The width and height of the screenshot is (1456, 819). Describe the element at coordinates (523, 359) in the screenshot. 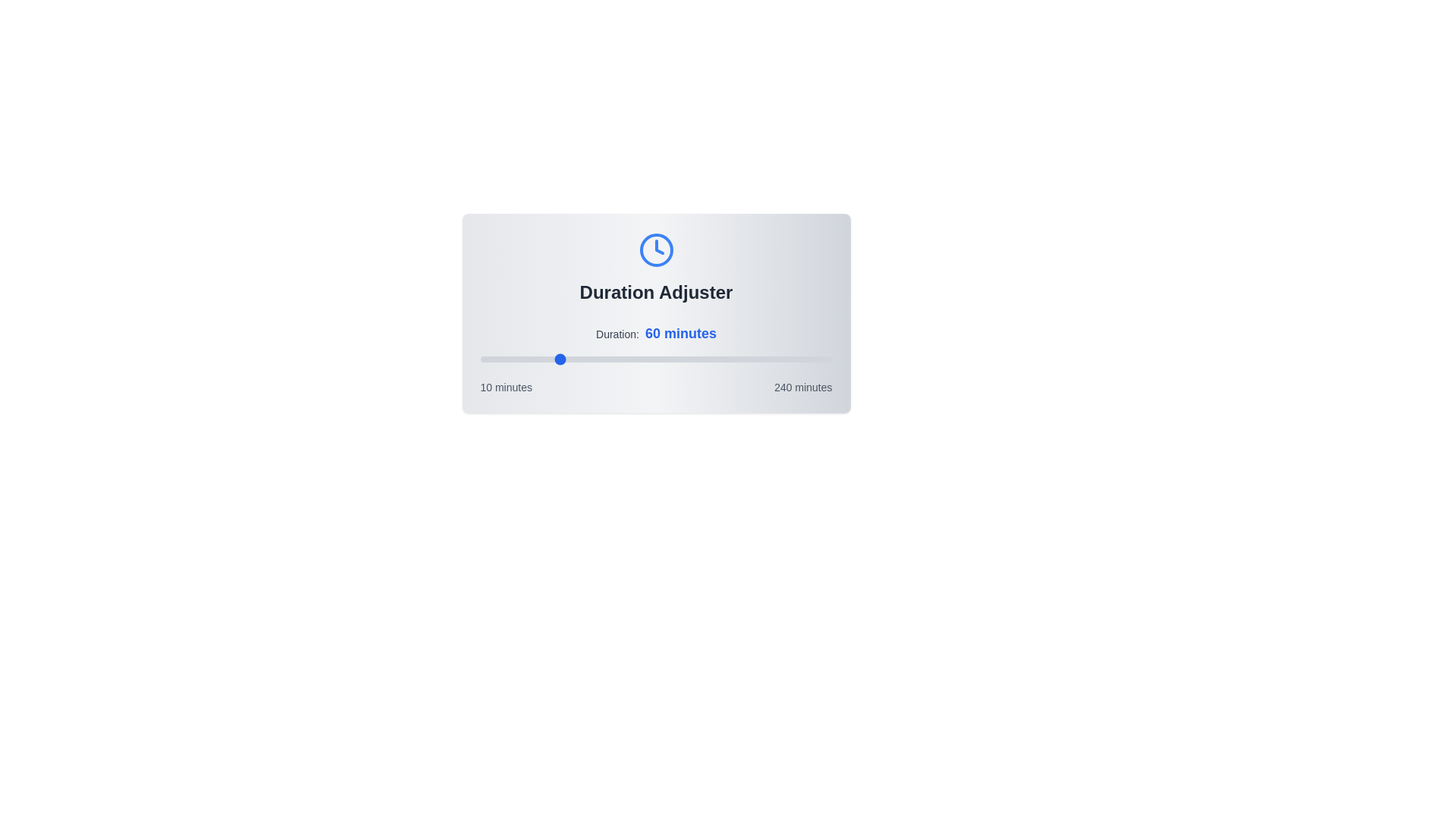

I see `the duration slider to 38 minutes` at that location.